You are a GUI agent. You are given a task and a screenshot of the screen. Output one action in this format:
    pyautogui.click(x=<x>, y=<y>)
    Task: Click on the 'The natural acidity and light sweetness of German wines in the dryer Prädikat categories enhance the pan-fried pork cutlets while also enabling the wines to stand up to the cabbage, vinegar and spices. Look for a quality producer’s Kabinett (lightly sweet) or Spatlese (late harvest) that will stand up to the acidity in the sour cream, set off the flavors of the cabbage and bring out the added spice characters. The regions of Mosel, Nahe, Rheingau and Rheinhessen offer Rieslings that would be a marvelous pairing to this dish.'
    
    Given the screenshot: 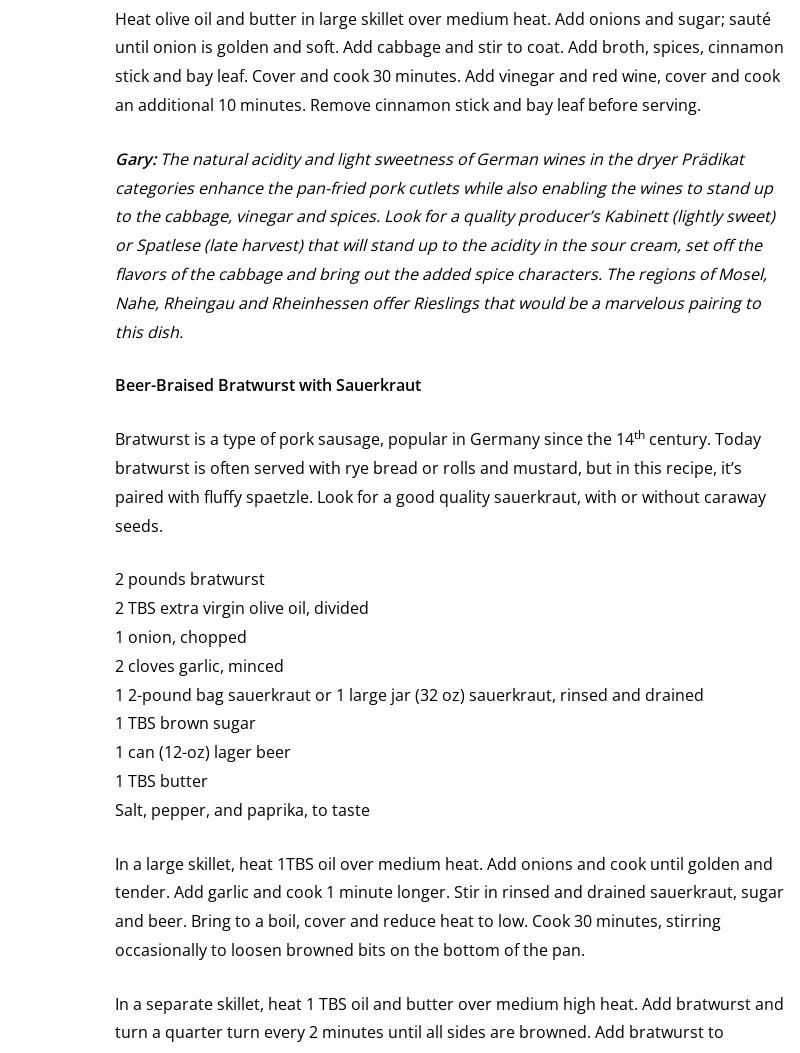 What is the action you would take?
    pyautogui.click(x=113, y=243)
    